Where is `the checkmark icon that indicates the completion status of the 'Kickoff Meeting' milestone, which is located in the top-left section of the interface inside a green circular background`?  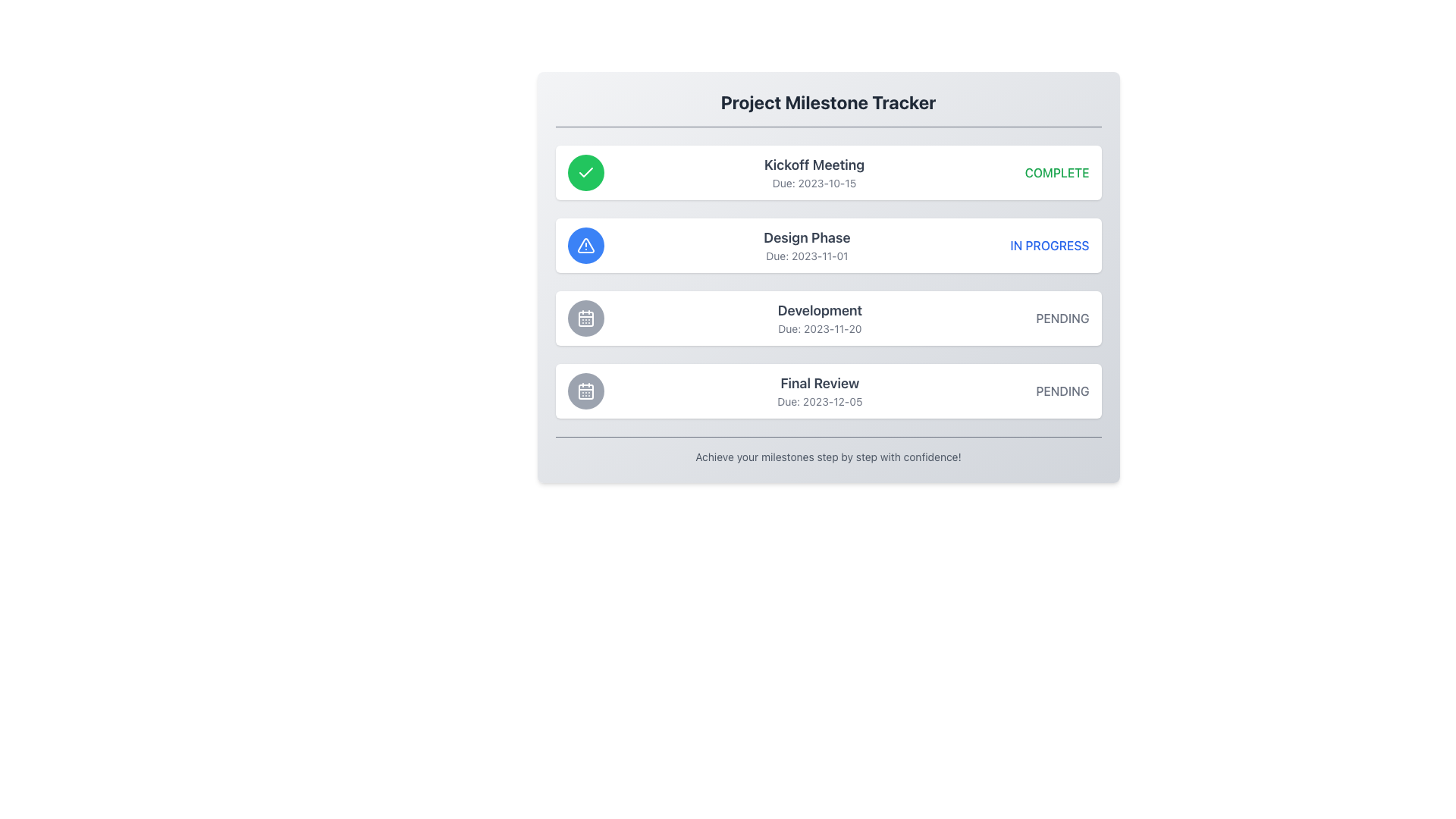
the checkmark icon that indicates the completion status of the 'Kickoff Meeting' milestone, which is located in the top-left section of the interface inside a green circular background is located at coordinates (585, 171).